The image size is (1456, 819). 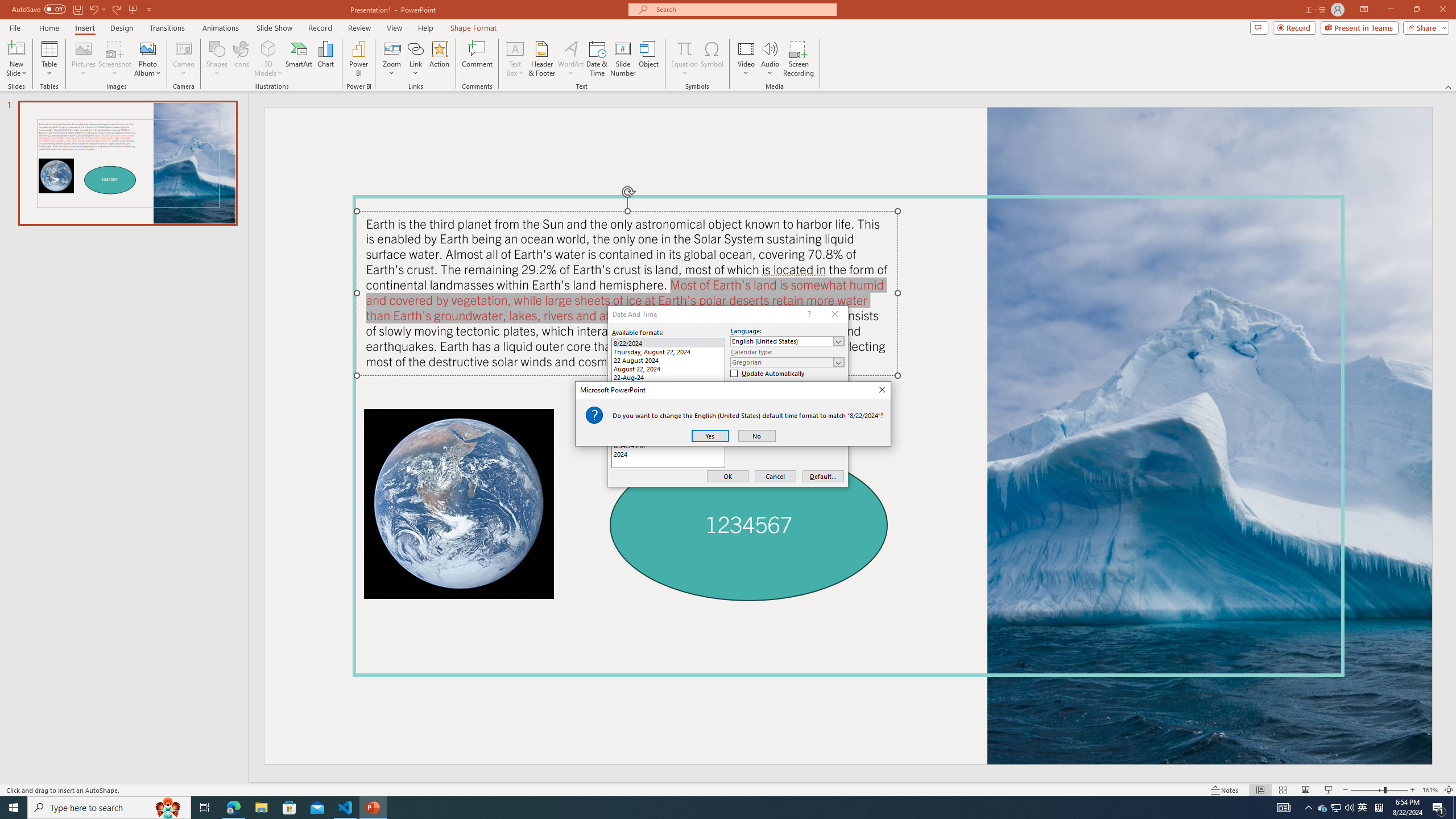 What do you see at coordinates (807, 313) in the screenshot?
I see `'Context help'` at bounding box center [807, 313].